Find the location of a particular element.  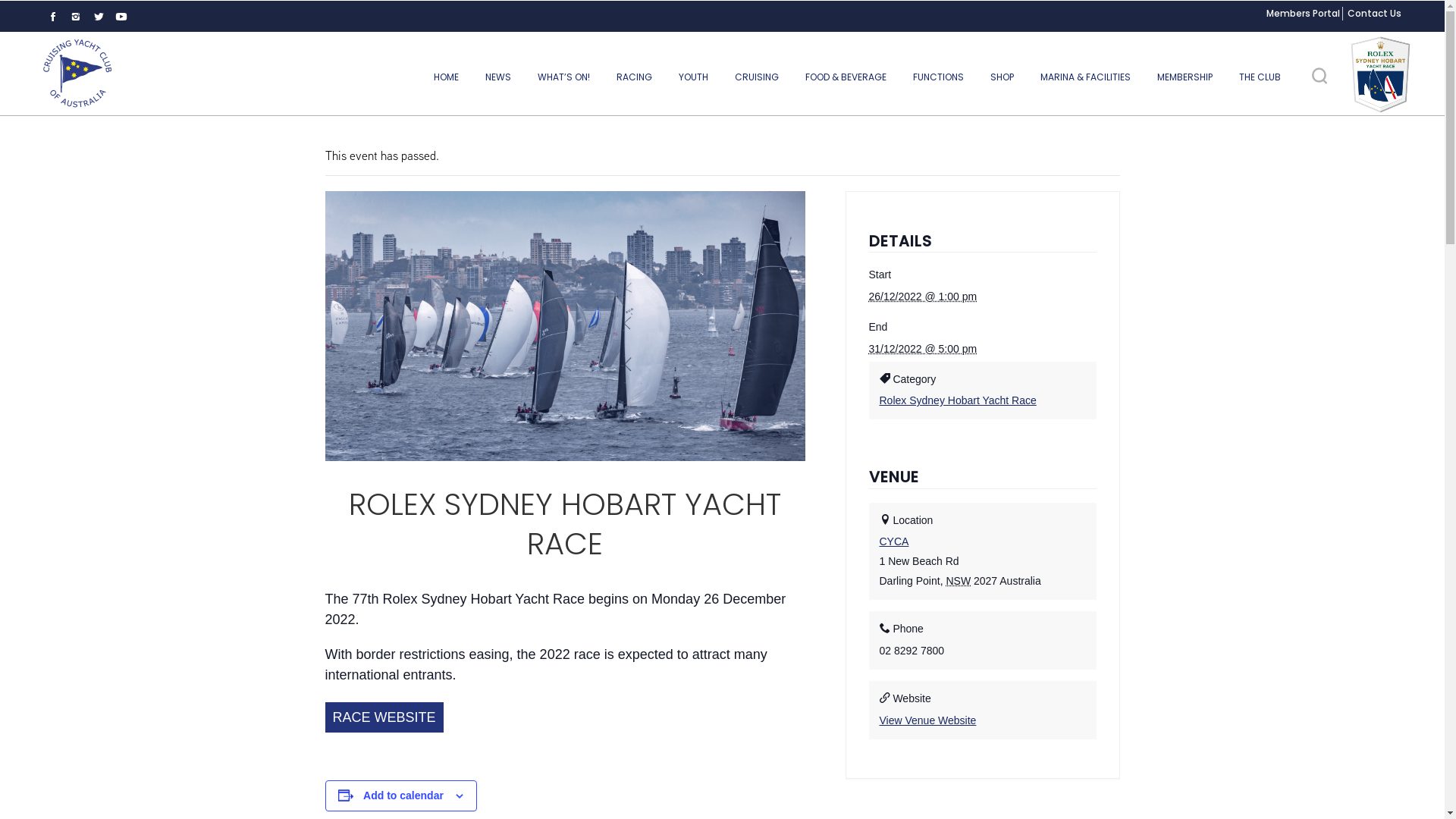

'View Venue Website' is located at coordinates (927, 719).